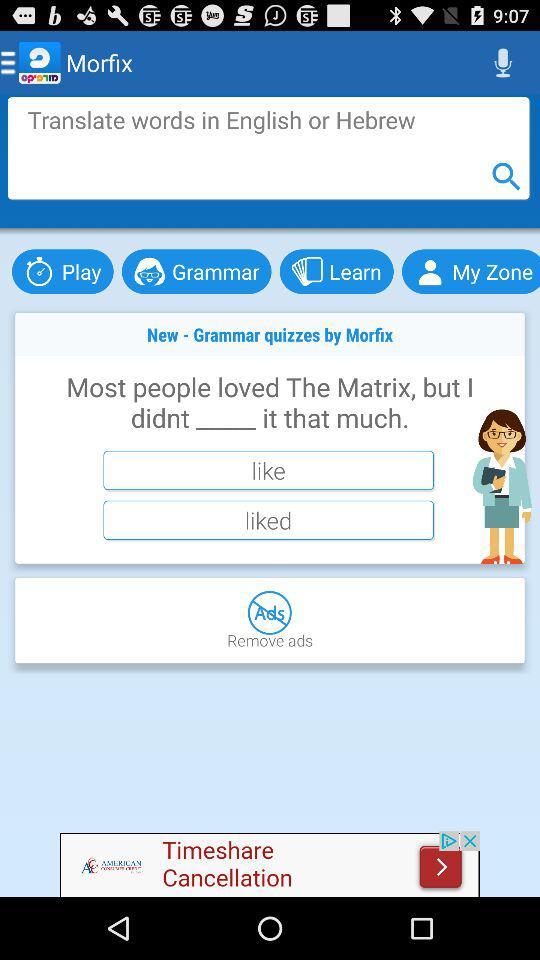 Image resolution: width=540 pixels, height=960 pixels. What do you see at coordinates (268, 147) in the screenshot?
I see `translate words` at bounding box center [268, 147].